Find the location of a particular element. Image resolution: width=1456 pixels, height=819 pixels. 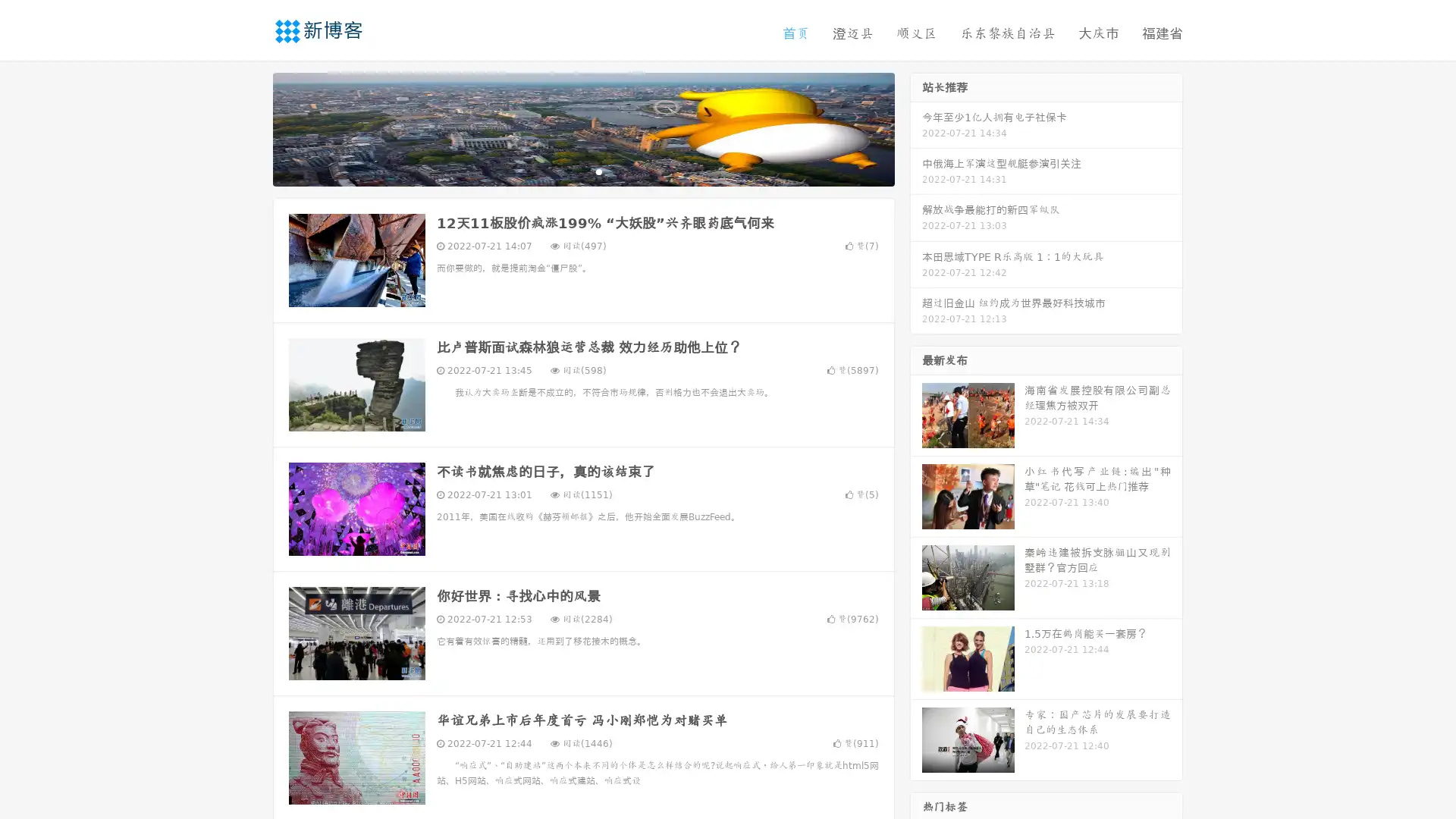

Next slide is located at coordinates (916, 127).